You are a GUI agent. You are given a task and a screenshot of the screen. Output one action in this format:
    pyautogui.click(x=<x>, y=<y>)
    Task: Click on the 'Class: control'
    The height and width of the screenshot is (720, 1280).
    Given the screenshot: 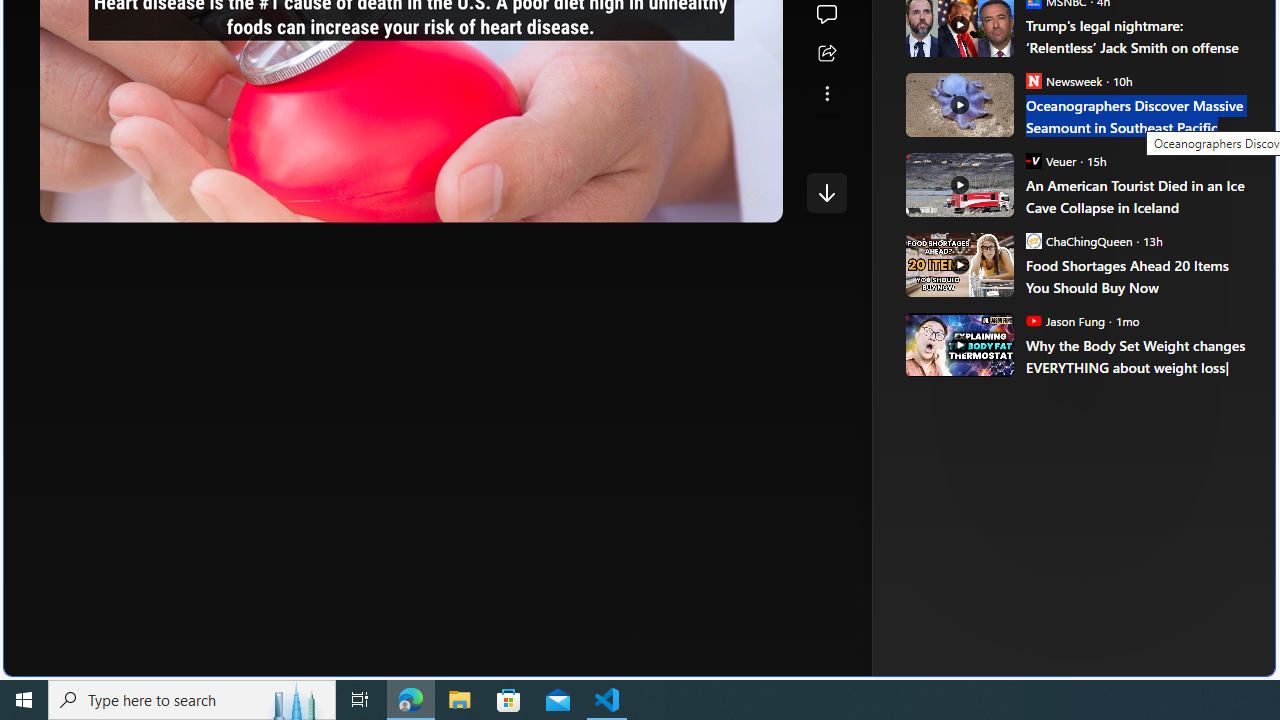 What is the action you would take?
    pyautogui.click(x=826, y=192)
    